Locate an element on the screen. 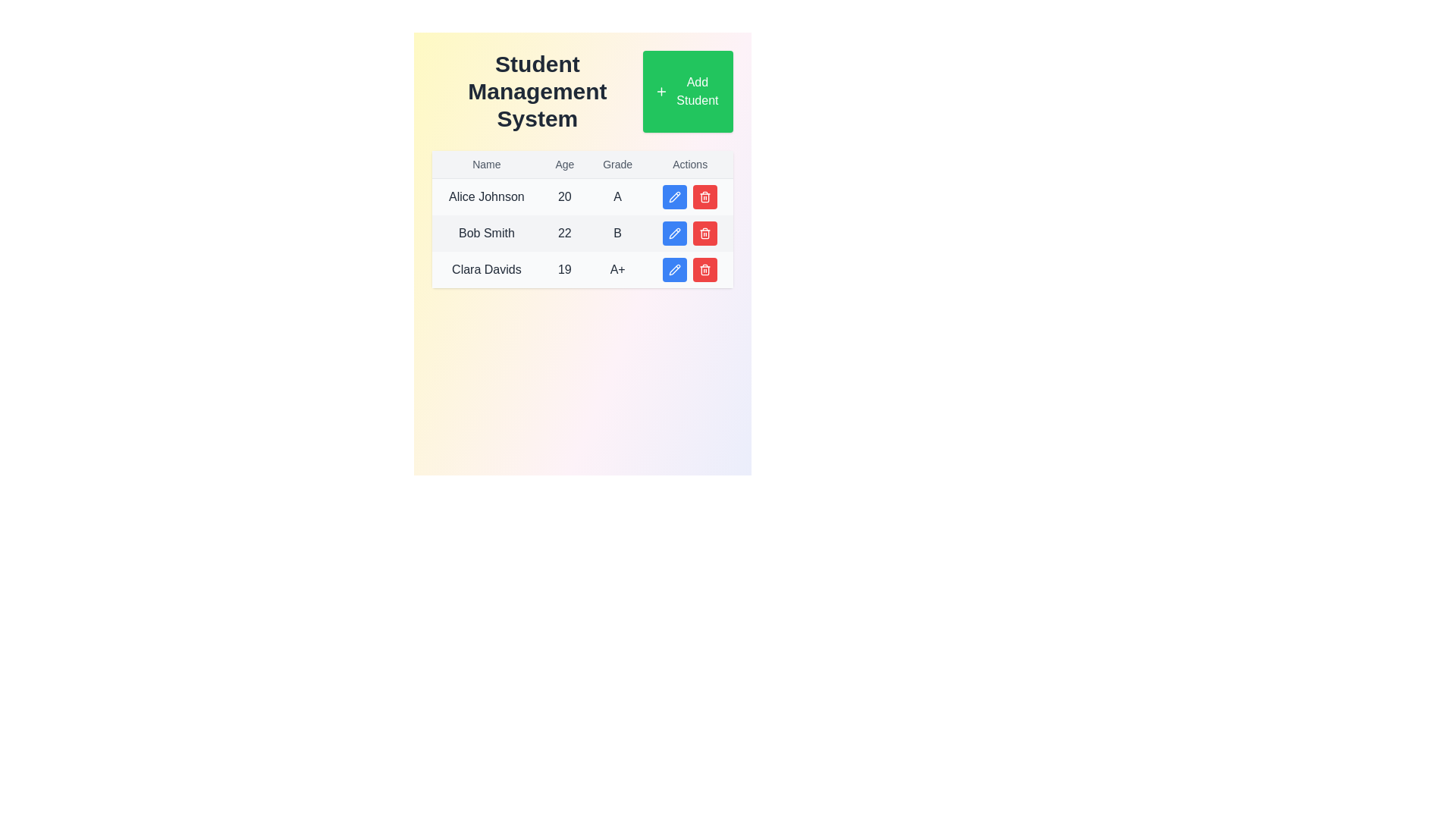 This screenshot has width=1456, height=819. the pencil-shaped icon within the rounded blue button located in the 'Actions' column of the second row in the table next to 'Bob Smith' is located at coordinates (674, 234).